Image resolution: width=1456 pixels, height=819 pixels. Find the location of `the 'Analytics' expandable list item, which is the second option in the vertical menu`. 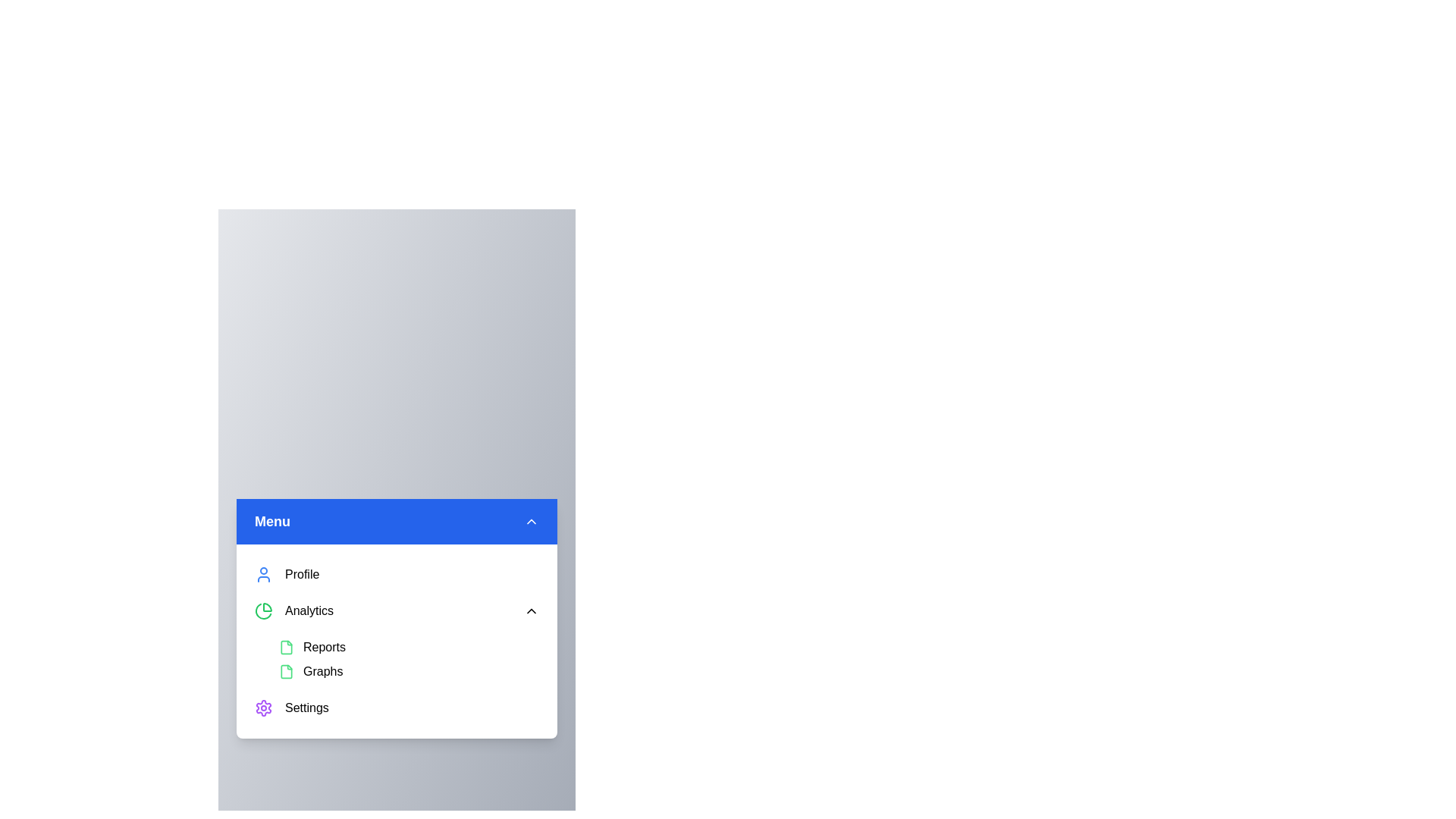

the 'Analytics' expandable list item, which is the second option in the vertical menu is located at coordinates (397, 610).